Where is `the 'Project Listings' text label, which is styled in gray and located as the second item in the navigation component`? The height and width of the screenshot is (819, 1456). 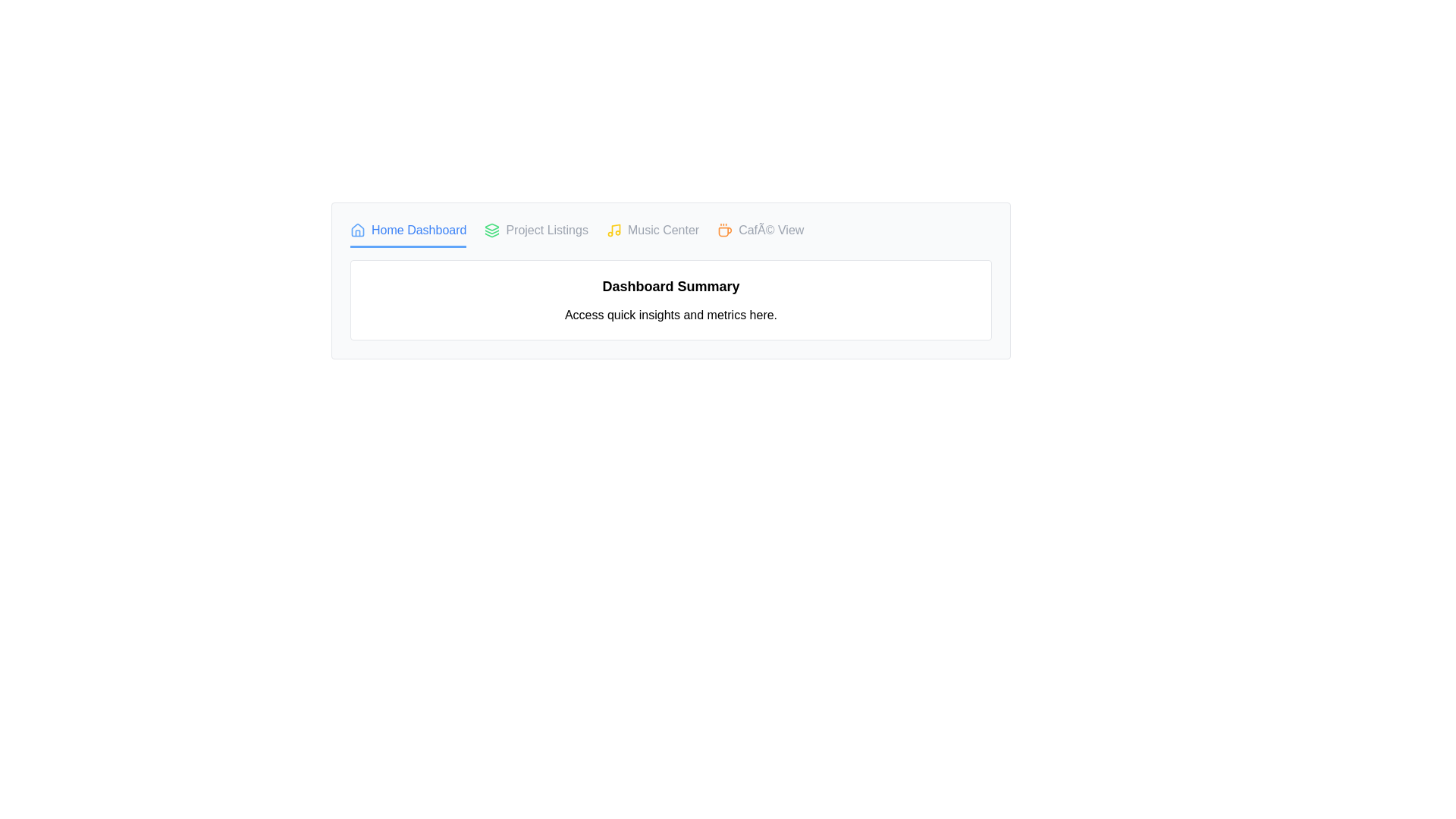 the 'Project Listings' text label, which is styled in gray and located as the second item in the navigation component is located at coordinates (546, 231).